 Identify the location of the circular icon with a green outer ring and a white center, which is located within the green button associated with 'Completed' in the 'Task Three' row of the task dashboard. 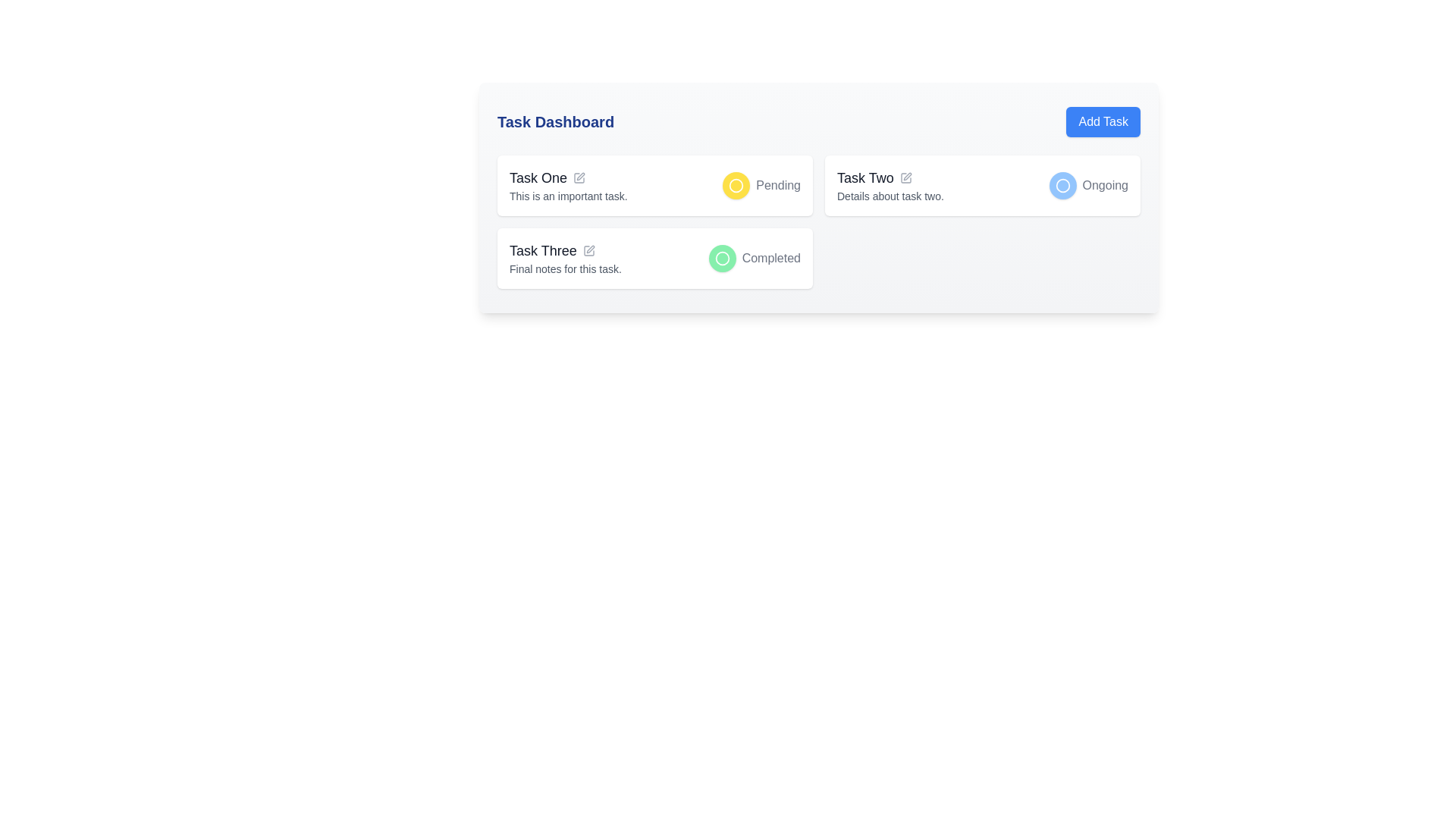
(721, 257).